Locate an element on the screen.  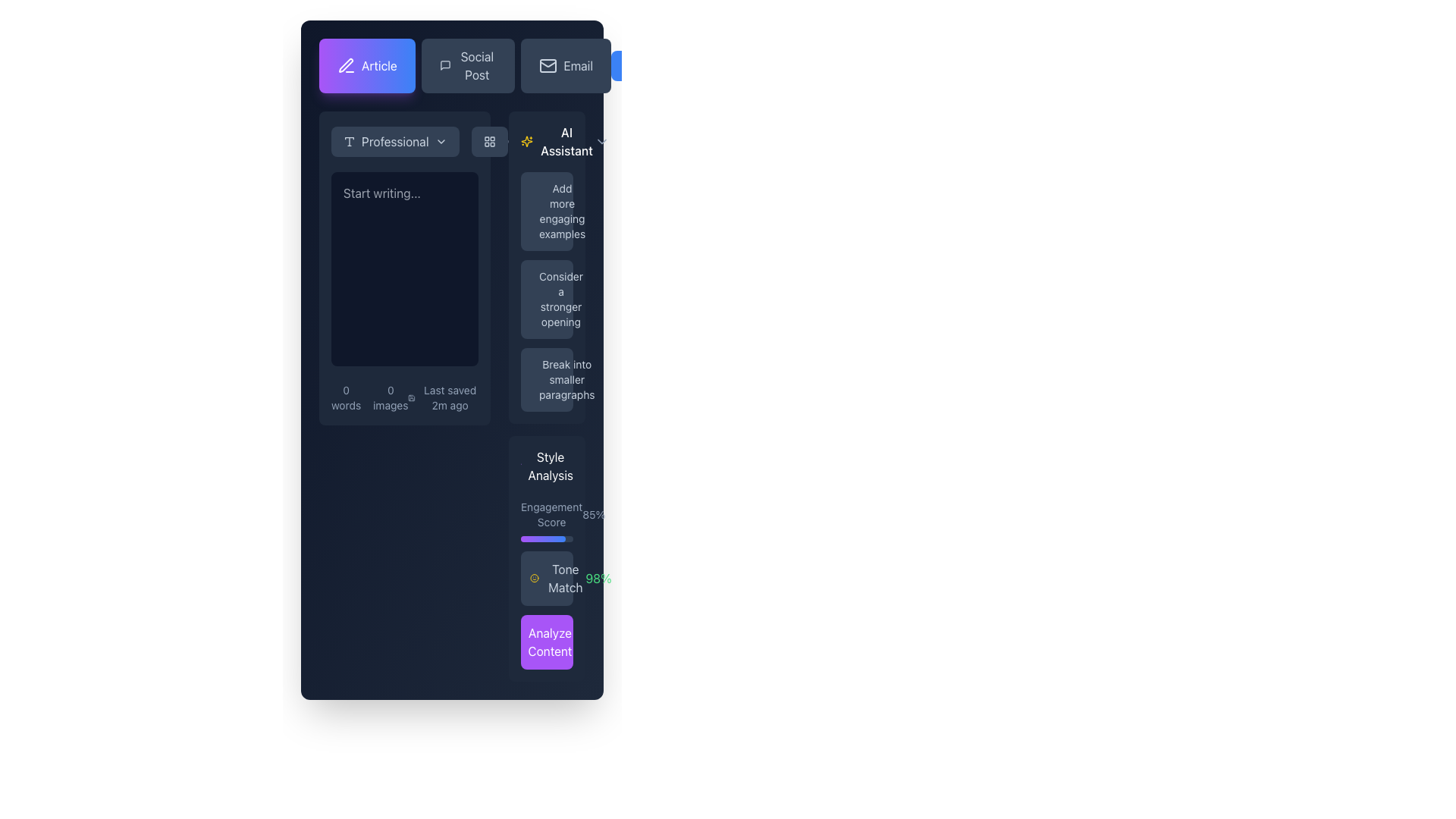
Decorative SVG circle that serves as an alert or information indicator, located in the middle-right portion of the UI adjacent to the 'Break into smaller paragraphs' action is located at coordinates (538, 368).